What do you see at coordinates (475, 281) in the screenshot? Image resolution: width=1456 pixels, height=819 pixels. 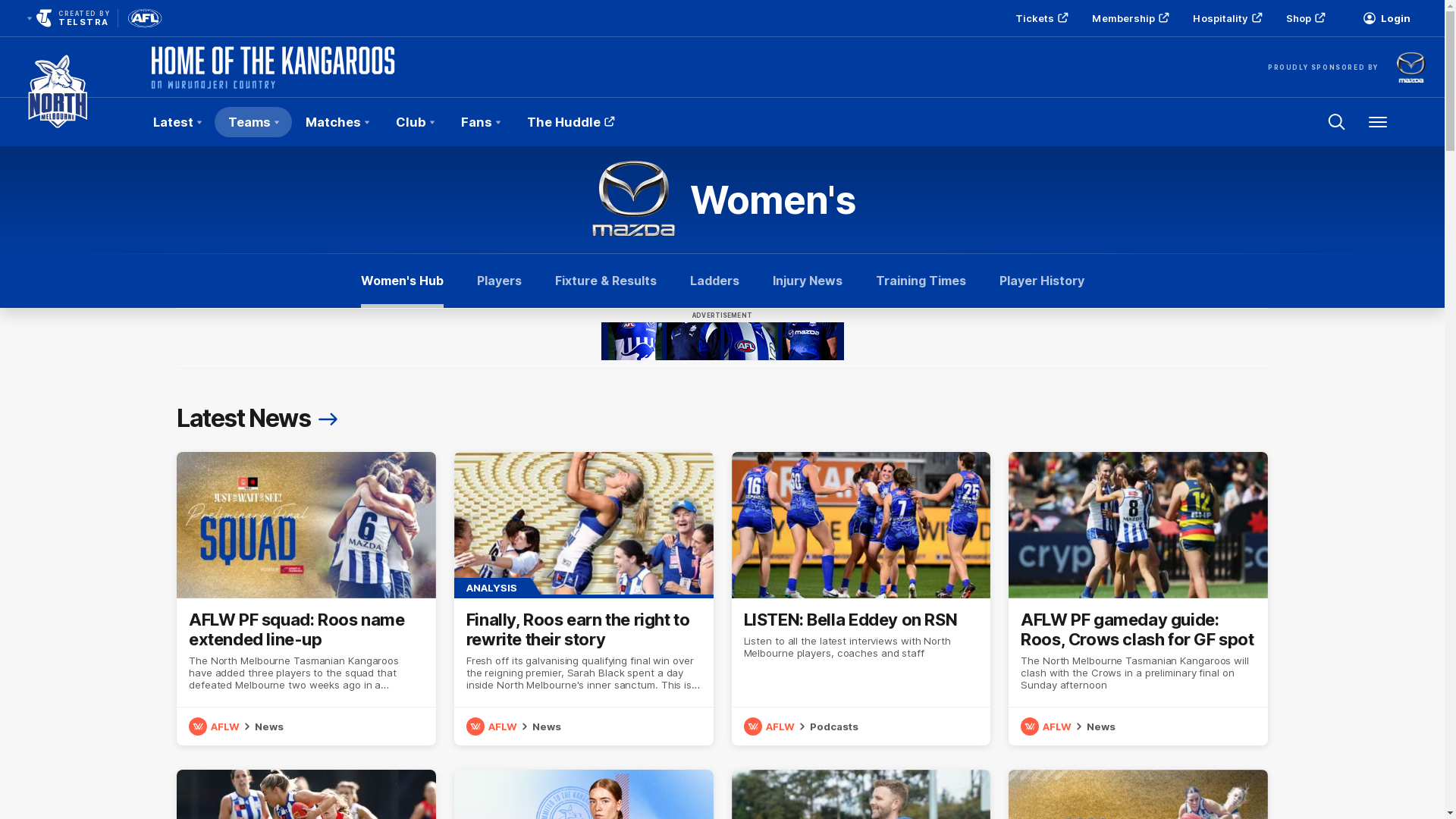 I see `'Players'` at bounding box center [475, 281].